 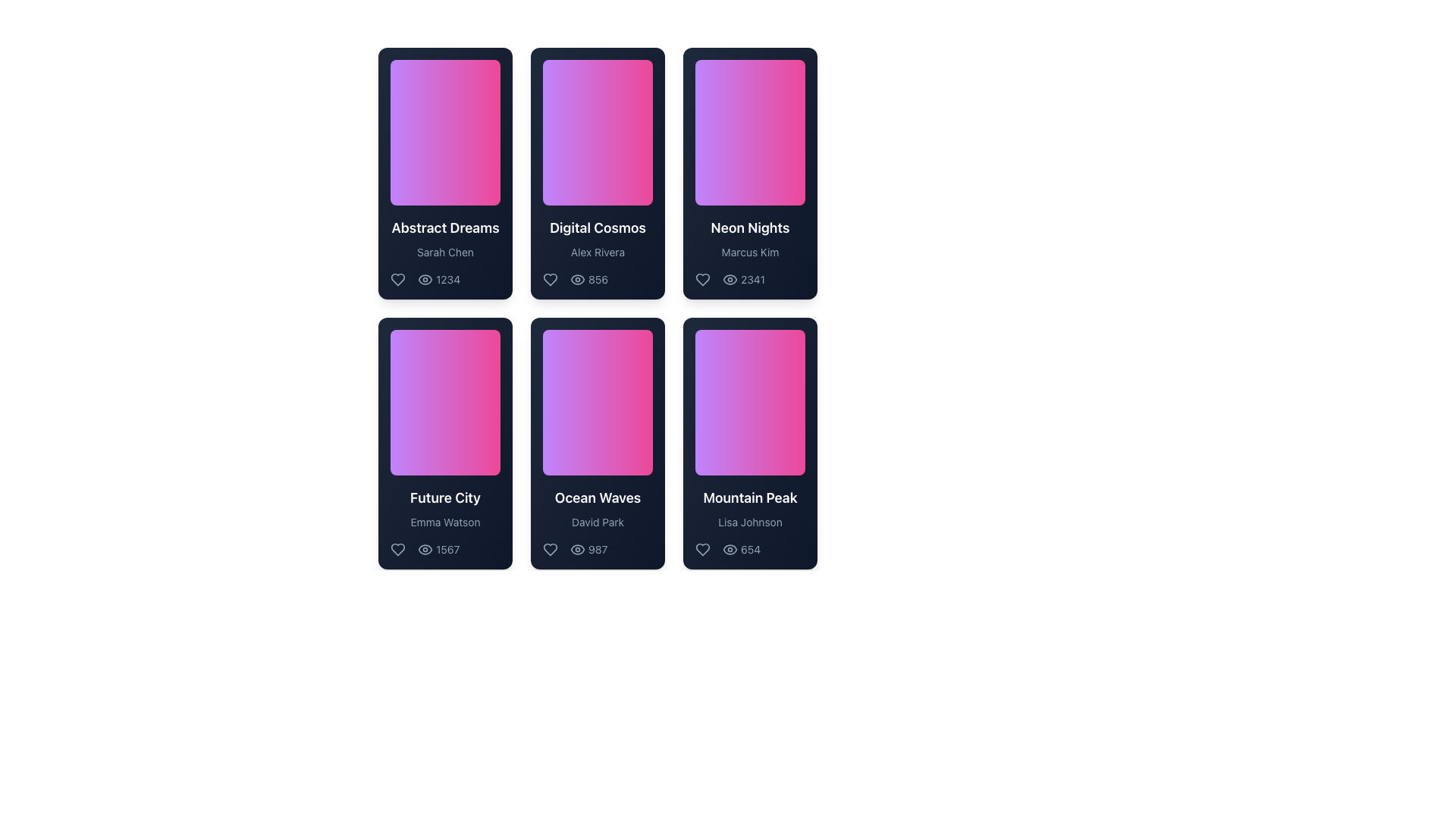 What do you see at coordinates (577, 550) in the screenshot?
I see `the small eye-shaped icon located in the second row and second column of the grid layout, which is part of the 'Ocean Waves' card and is positioned to the left of the '987' numerical text` at bounding box center [577, 550].